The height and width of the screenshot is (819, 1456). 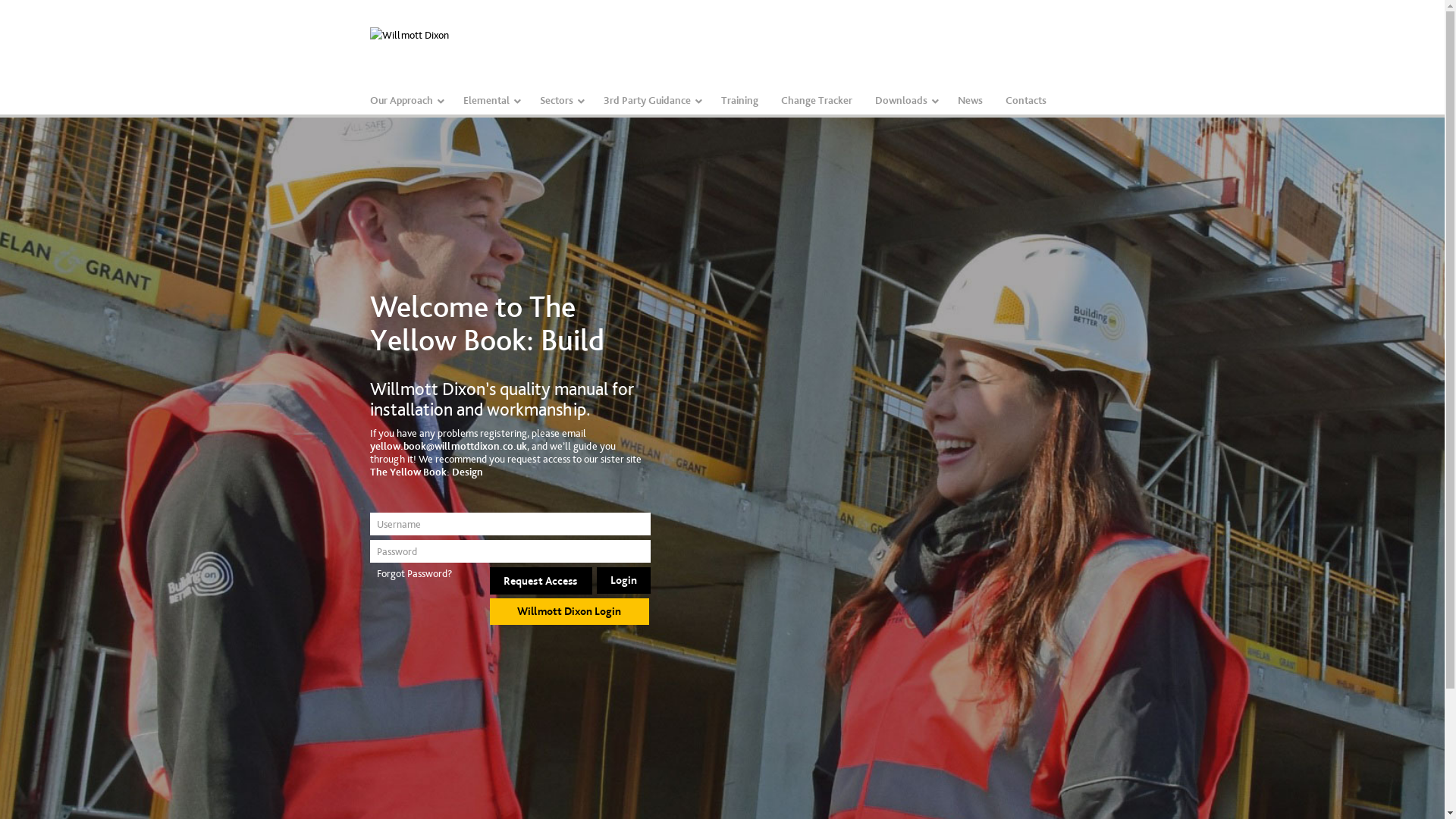 I want to click on 'yellow.book@willmottdixon.co.uk', so click(x=370, y=444).